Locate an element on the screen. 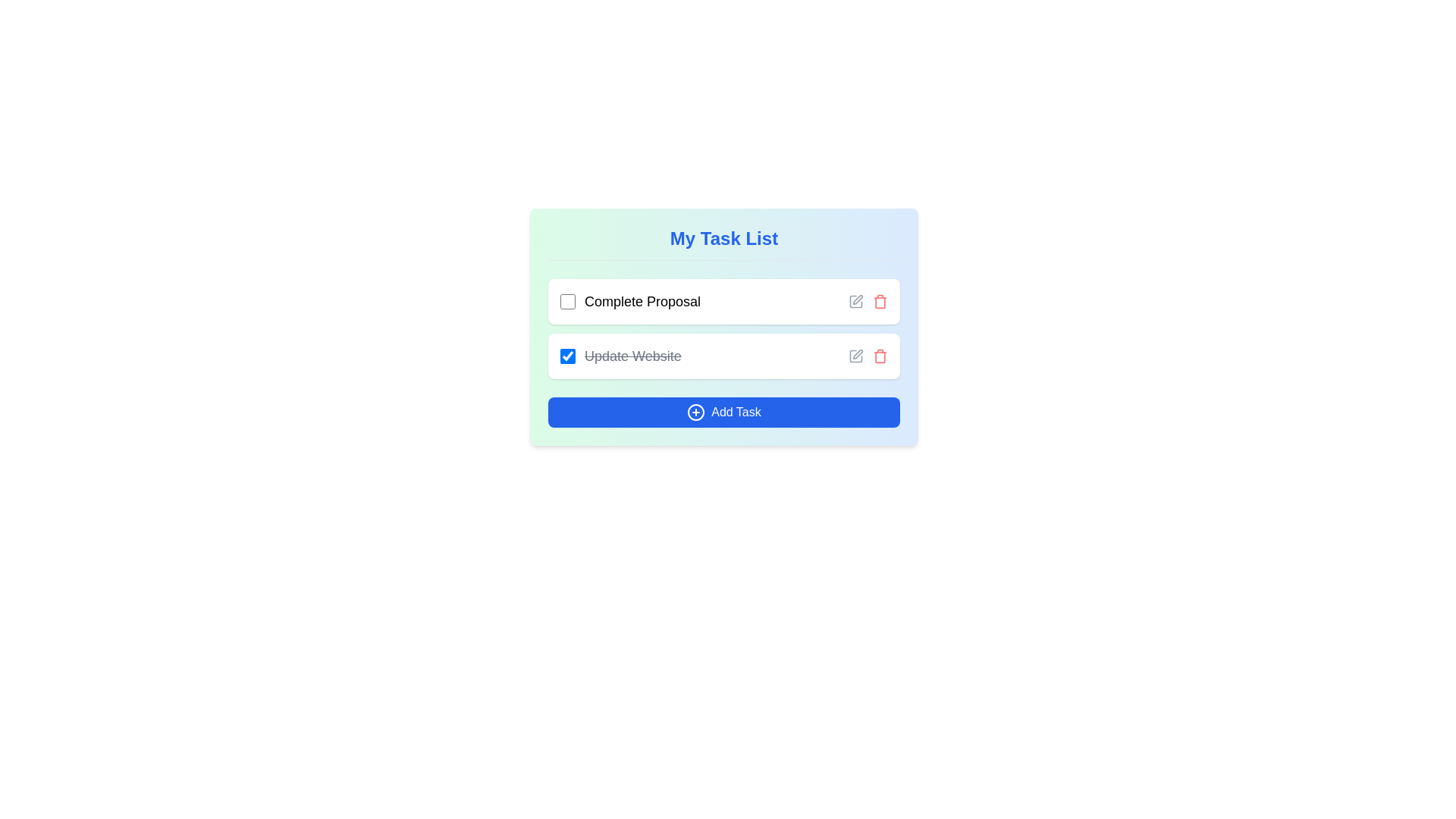 This screenshot has width=1456, height=819. the checkbox for the task 'Complete Proposal' is located at coordinates (566, 301).